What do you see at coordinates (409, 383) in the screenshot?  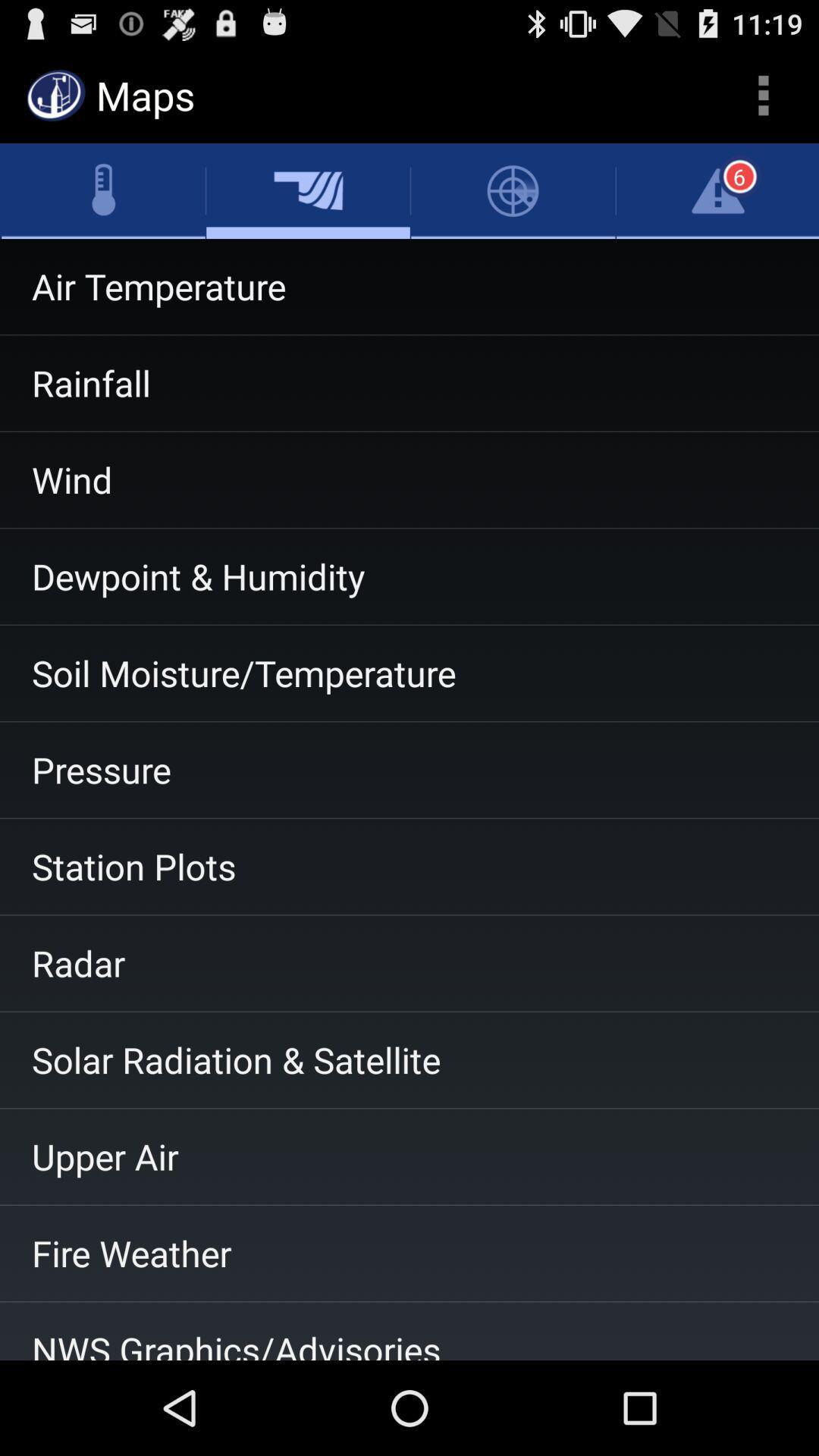 I see `the rainfall icon` at bounding box center [409, 383].